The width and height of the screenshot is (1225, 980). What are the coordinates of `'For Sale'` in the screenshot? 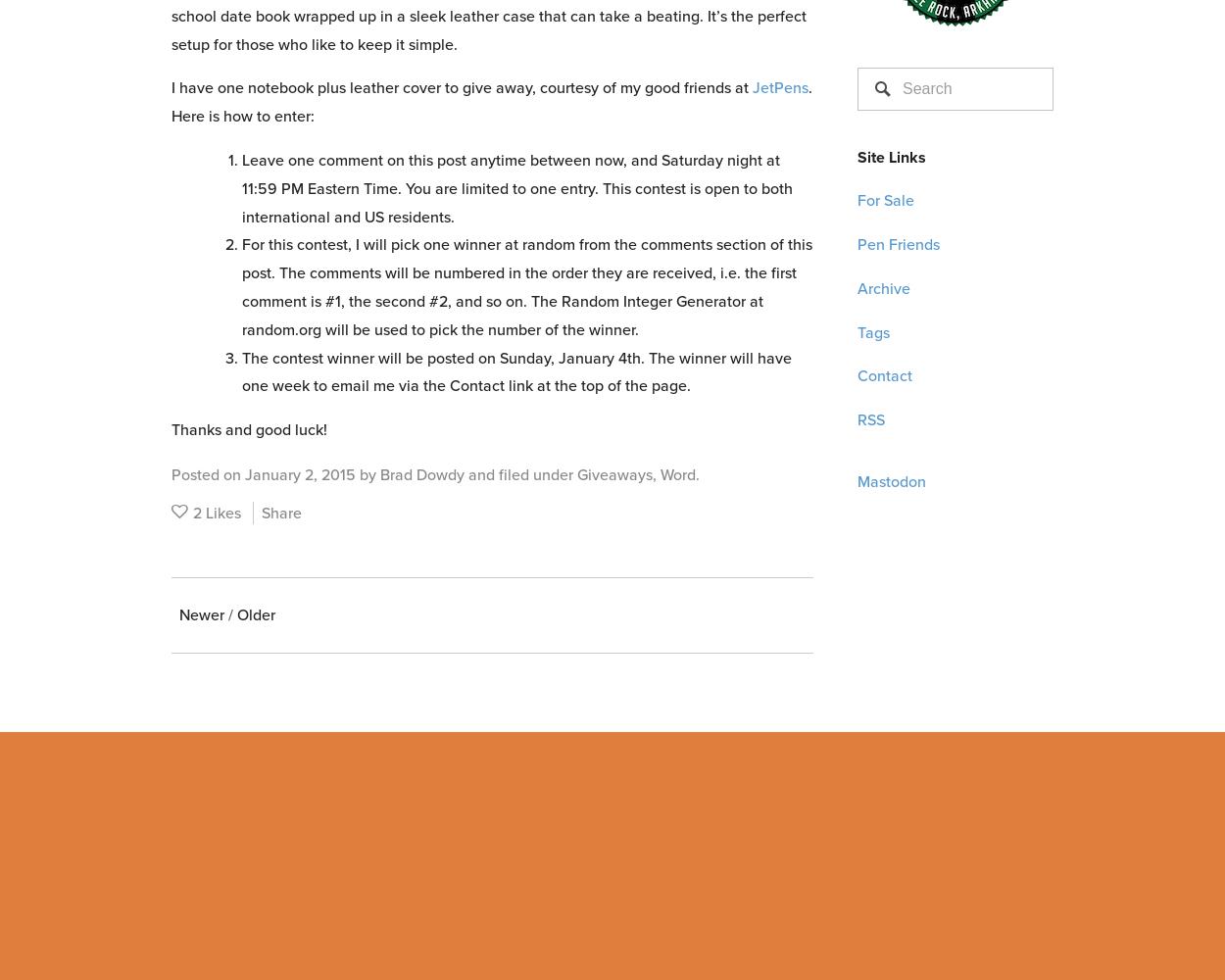 It's located at (857, 199).